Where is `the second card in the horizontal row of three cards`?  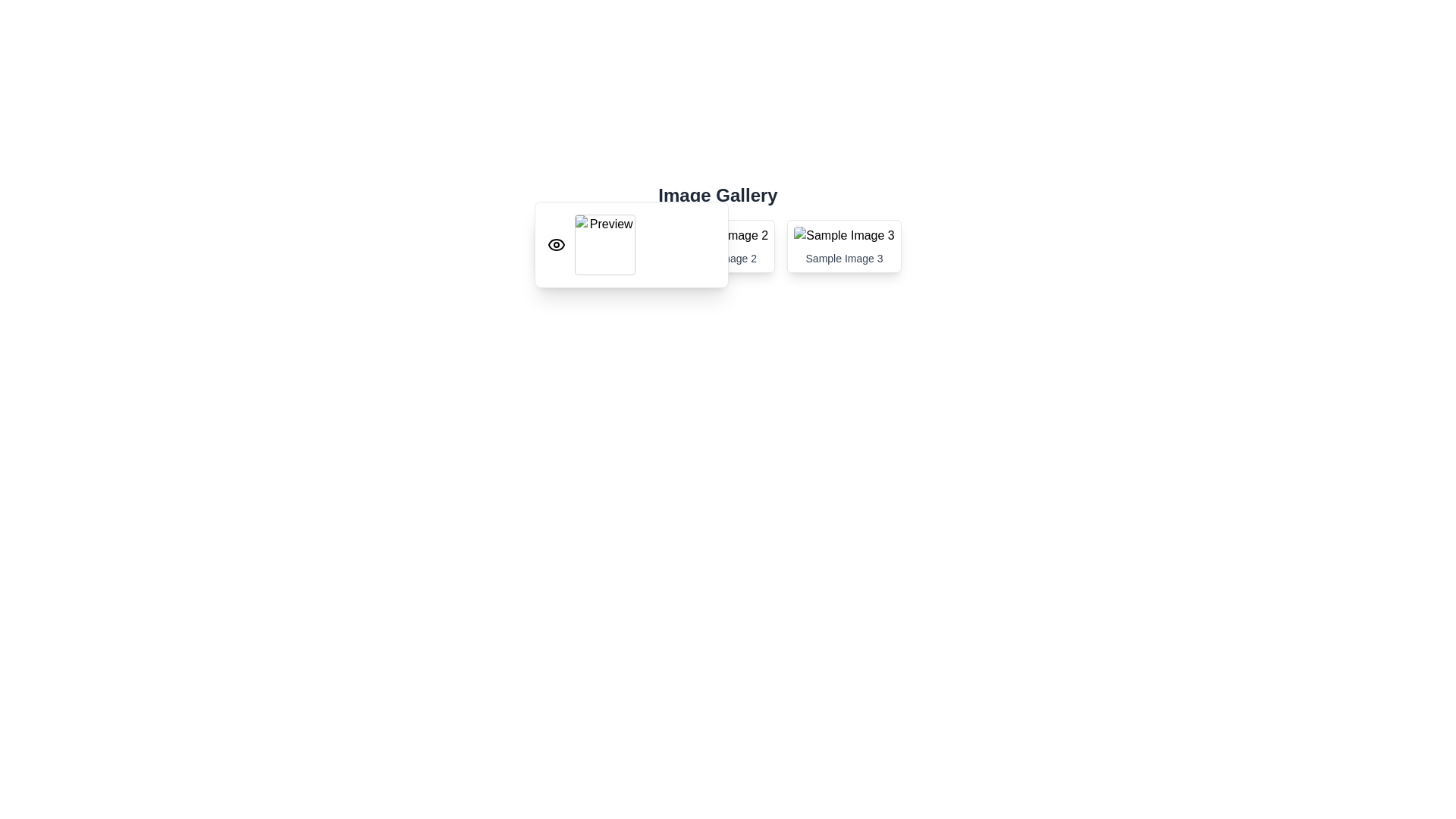
the second card in the horizontal row of three cards is located at coordinates (717, 245).